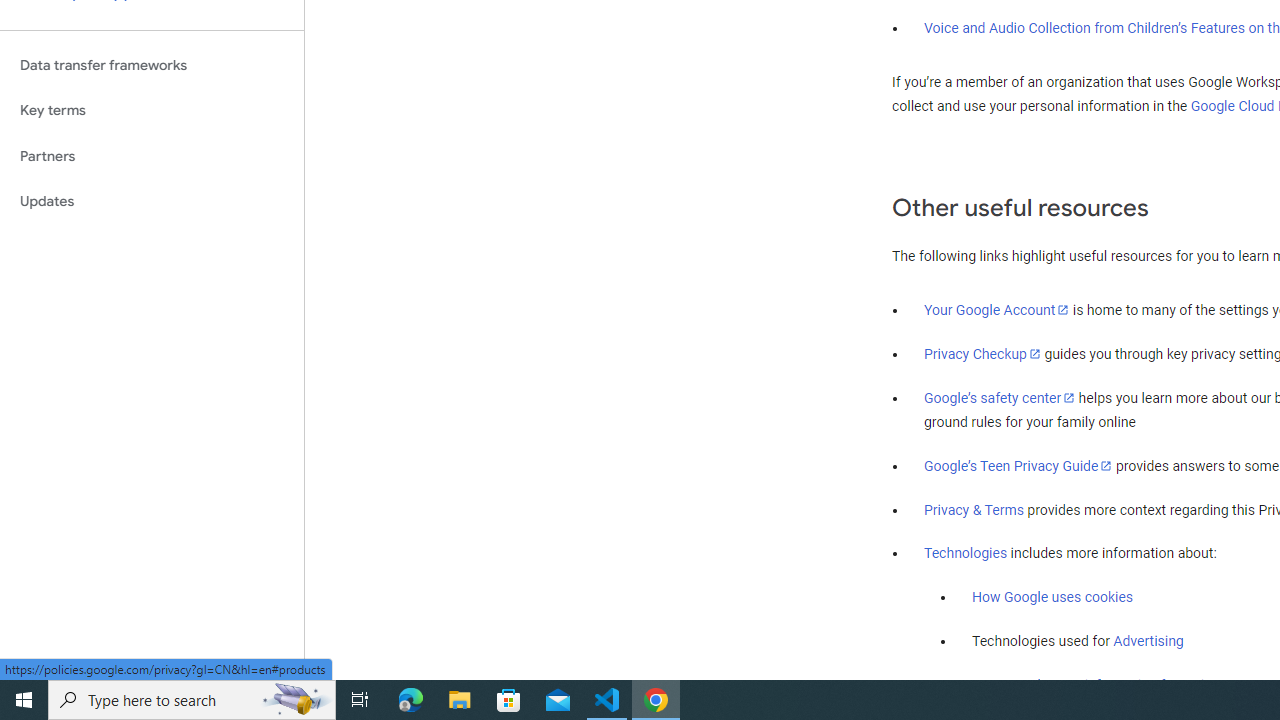  I want to click on 'Key terms', so click(151, 110).